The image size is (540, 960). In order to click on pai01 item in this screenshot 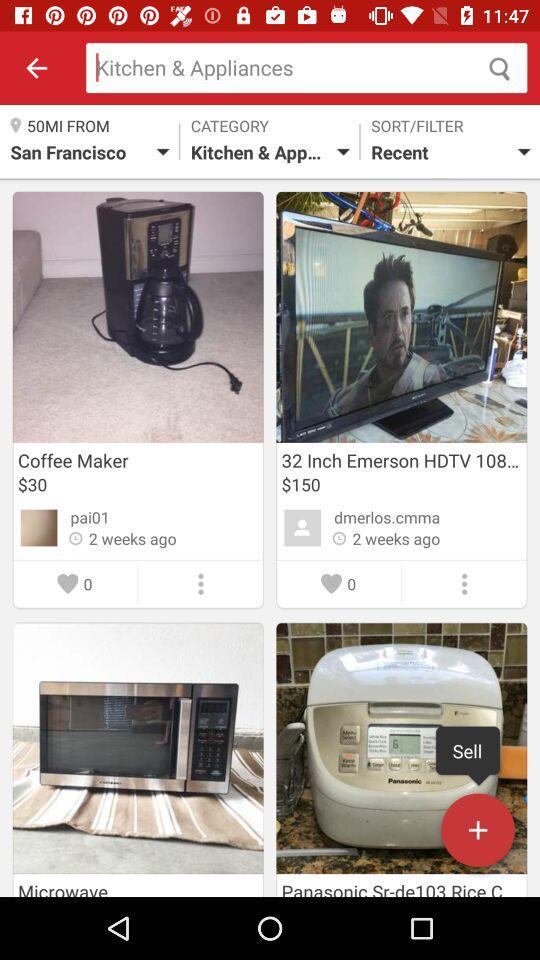, I will do `click(89, 516)`.